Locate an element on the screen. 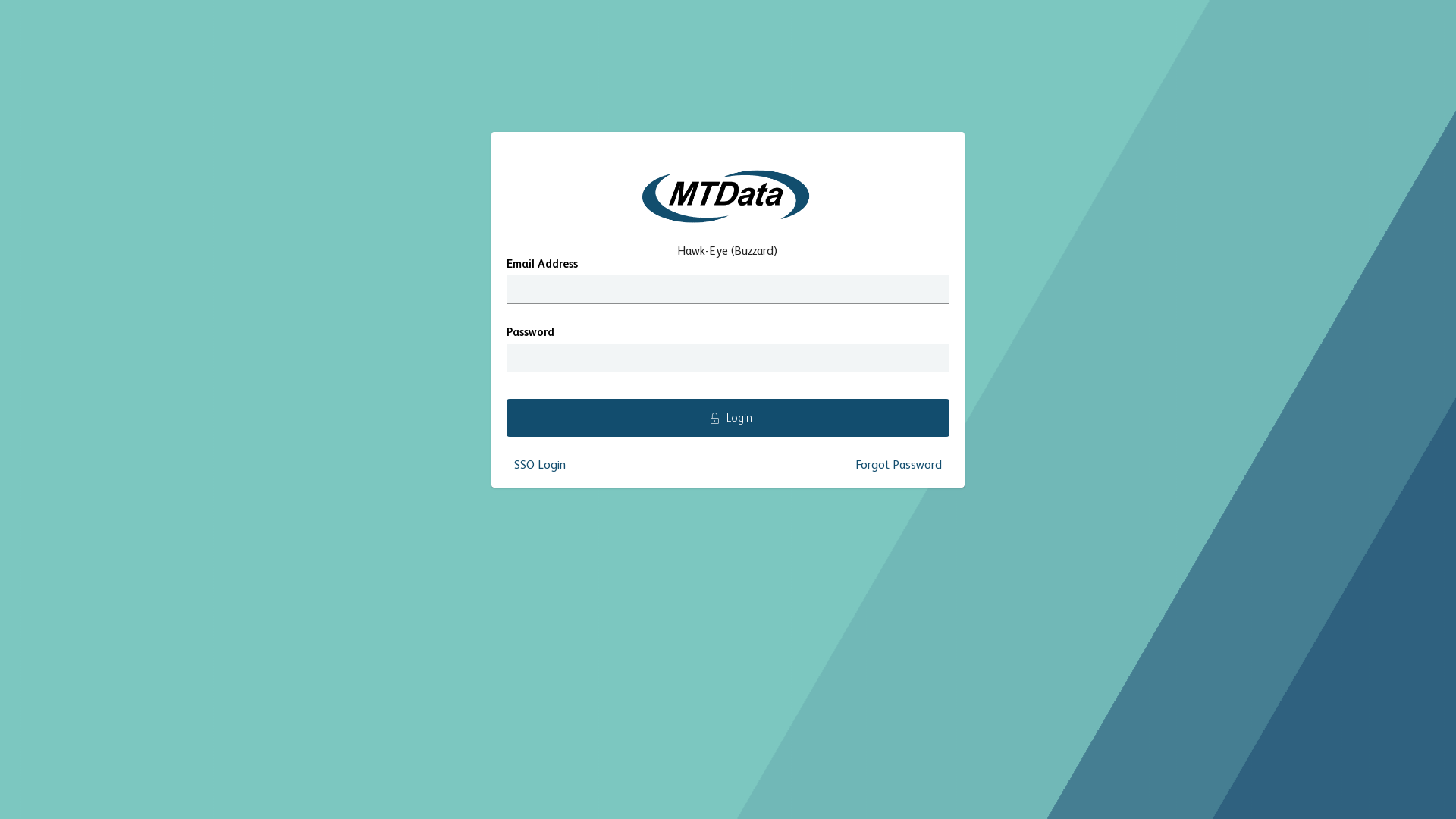 This screenshot has width=1456, height=819. 'SSO Login' is located at coordinates (539, 464).